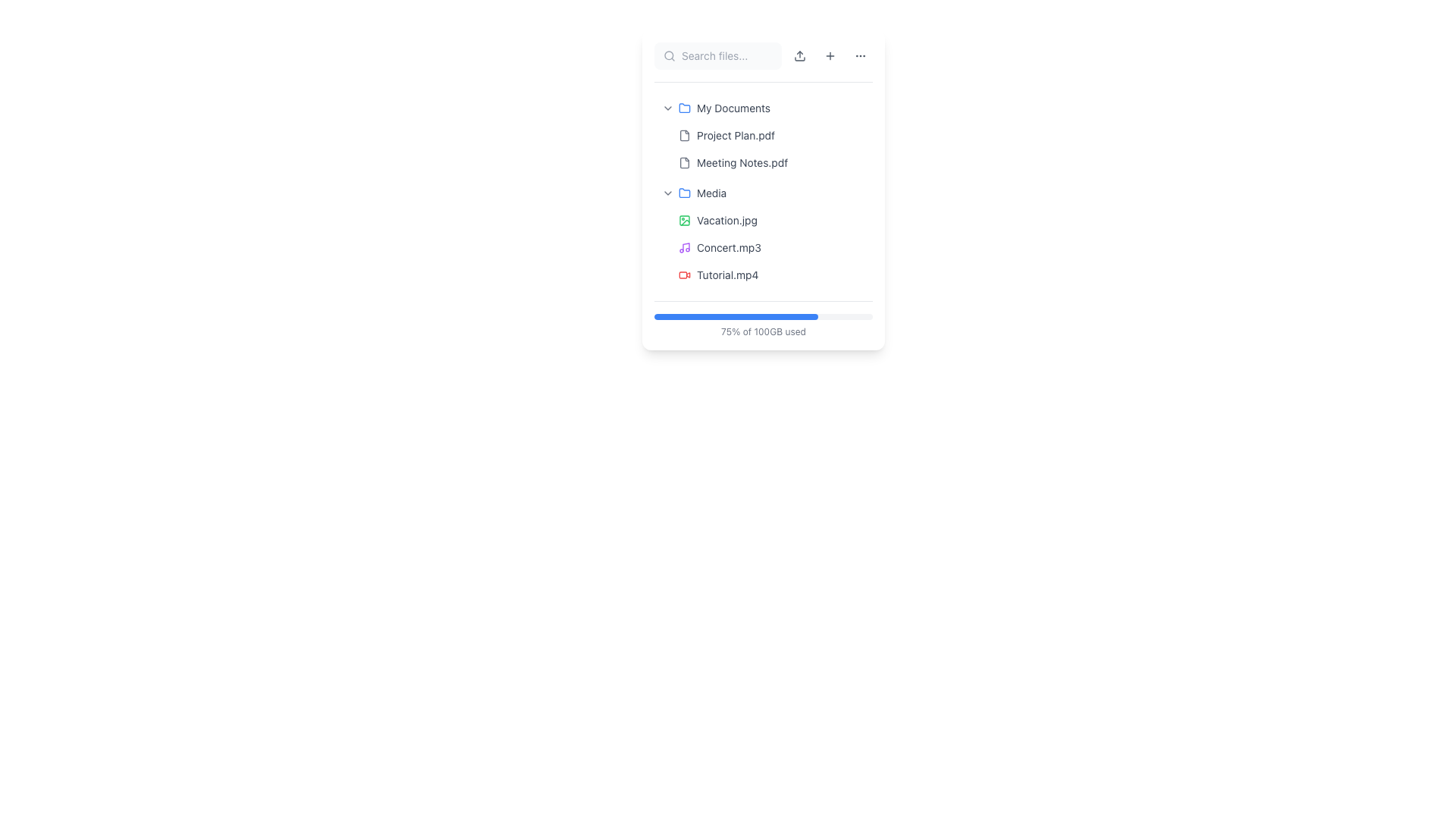 The width and height of the screenshot is (1456, 819). I want to click on the first collapsible list item, so click(764, 107).